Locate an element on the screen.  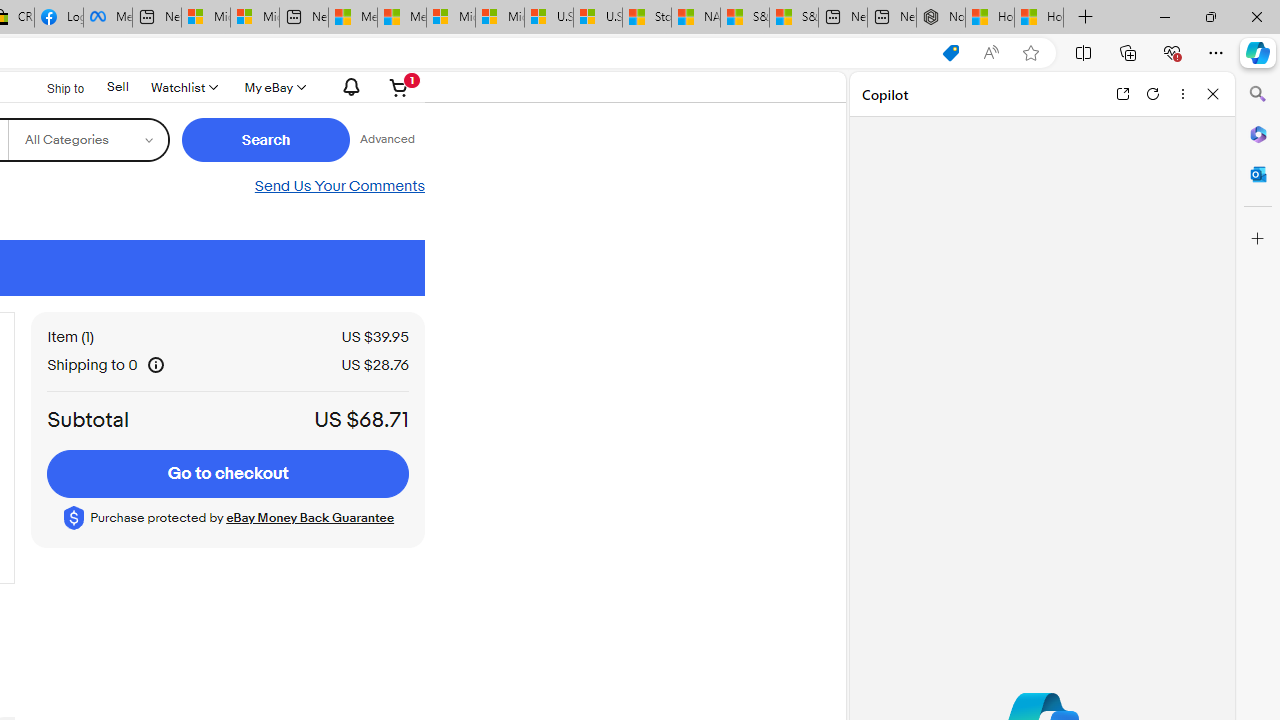
'Send Us Your Comments - opens in new window or tab' is located at coordinates (339, 186).